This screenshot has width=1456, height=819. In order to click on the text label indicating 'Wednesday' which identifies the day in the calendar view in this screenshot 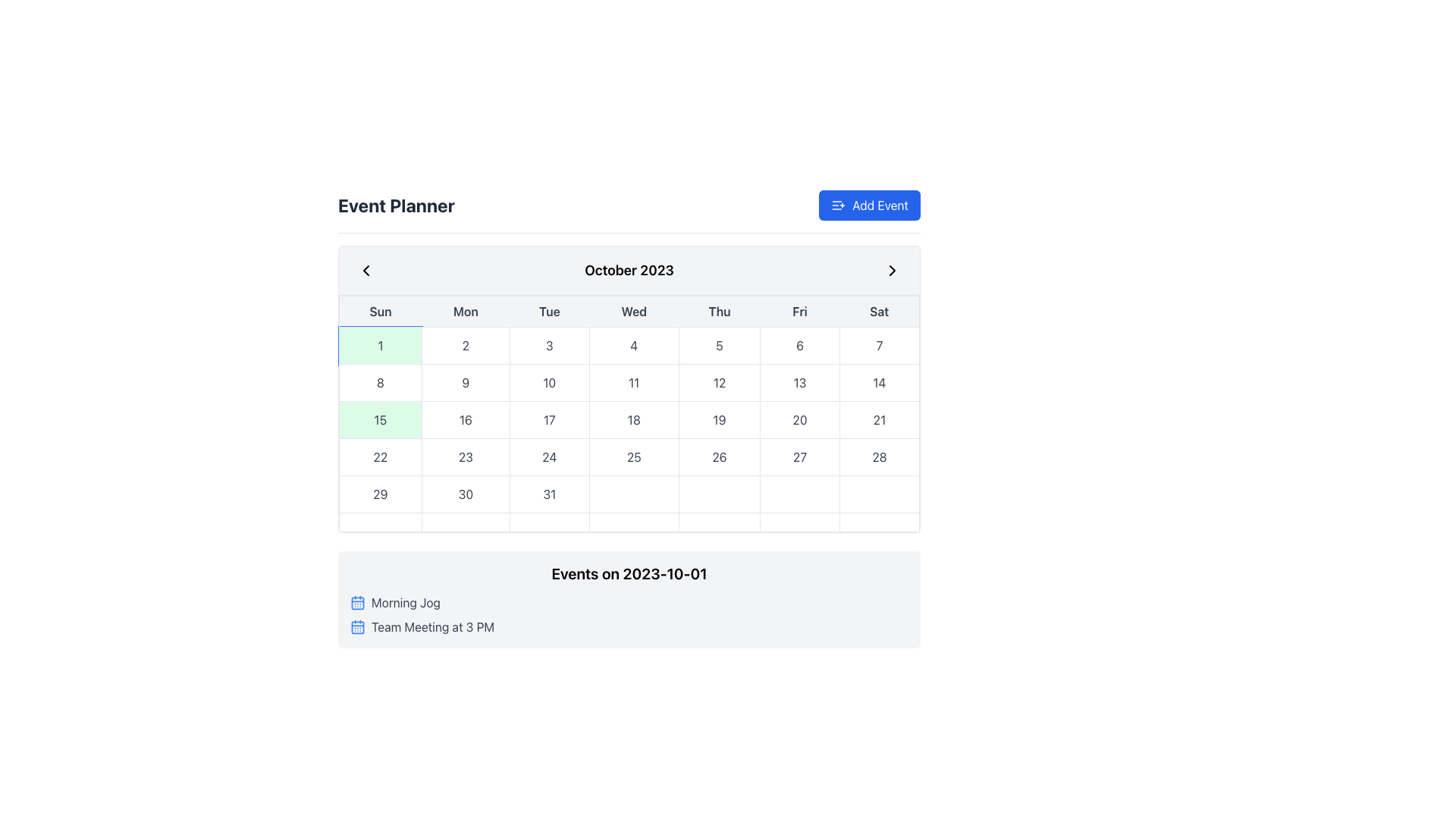, I will do `click(634, 311)`.